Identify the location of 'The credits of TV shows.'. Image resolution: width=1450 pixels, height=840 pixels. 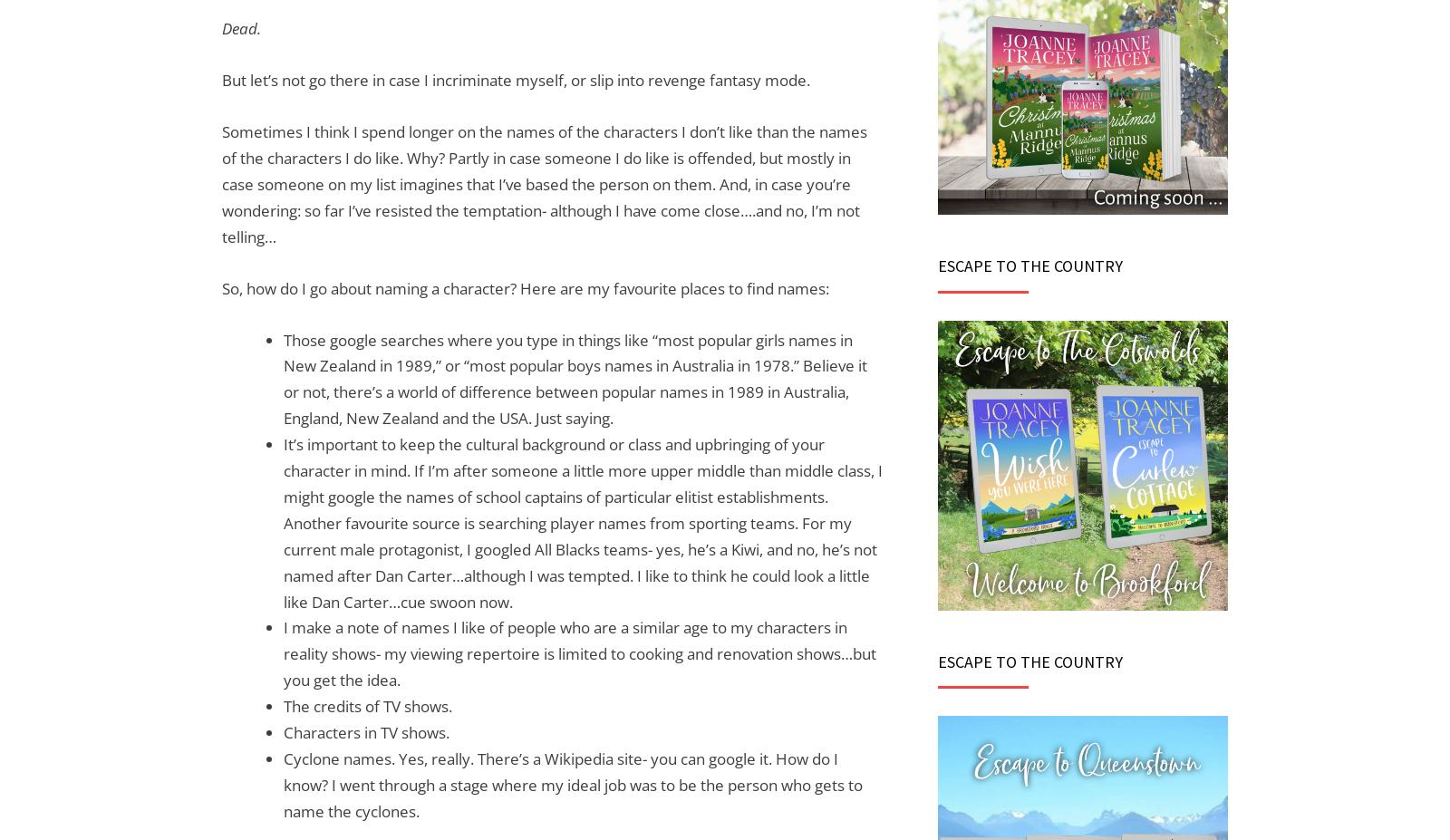
(367, 706).